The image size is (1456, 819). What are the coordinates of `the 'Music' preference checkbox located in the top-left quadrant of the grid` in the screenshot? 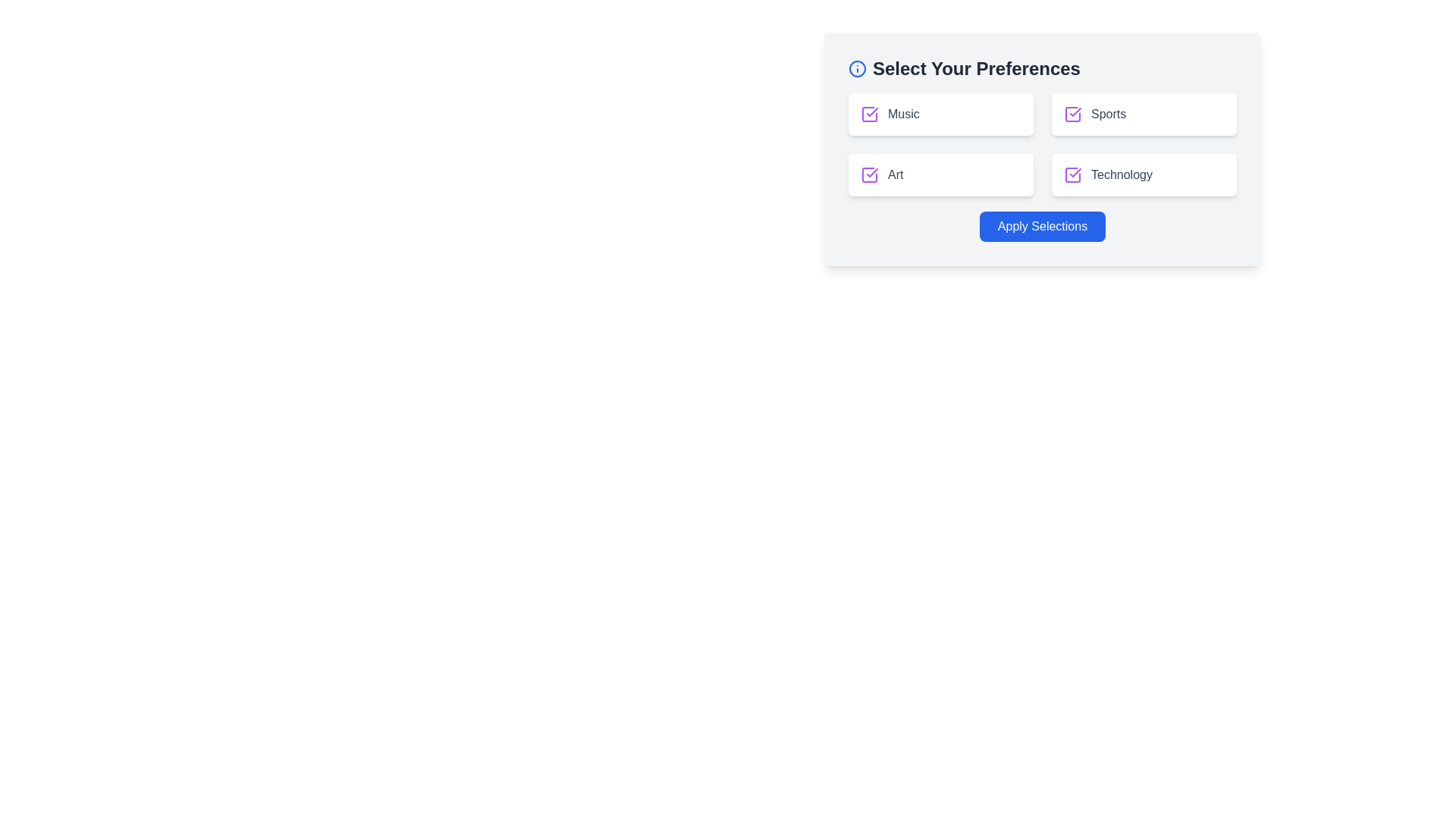 It's located at (870, 113).